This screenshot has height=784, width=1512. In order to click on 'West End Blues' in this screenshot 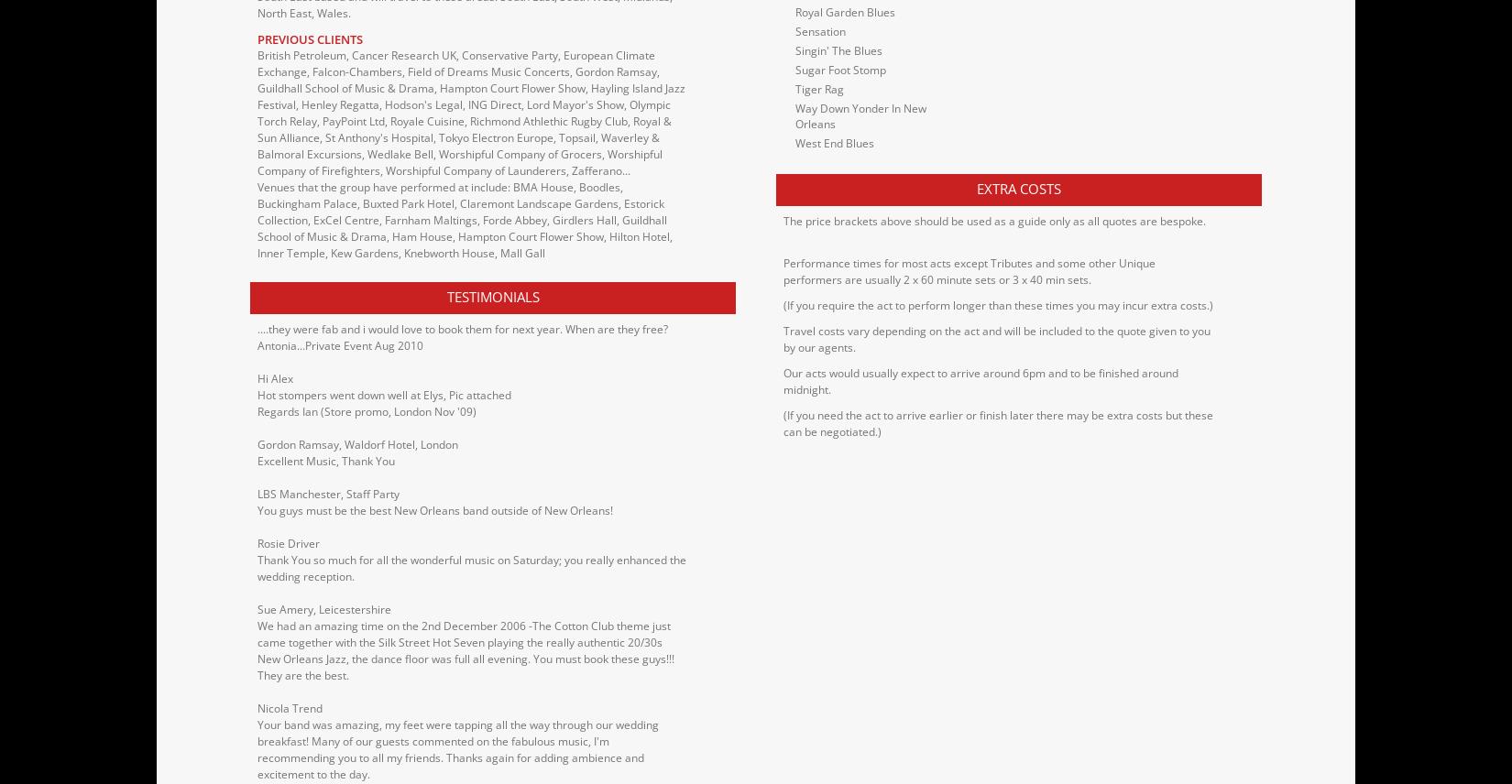, I will do `click(795, 142)`.